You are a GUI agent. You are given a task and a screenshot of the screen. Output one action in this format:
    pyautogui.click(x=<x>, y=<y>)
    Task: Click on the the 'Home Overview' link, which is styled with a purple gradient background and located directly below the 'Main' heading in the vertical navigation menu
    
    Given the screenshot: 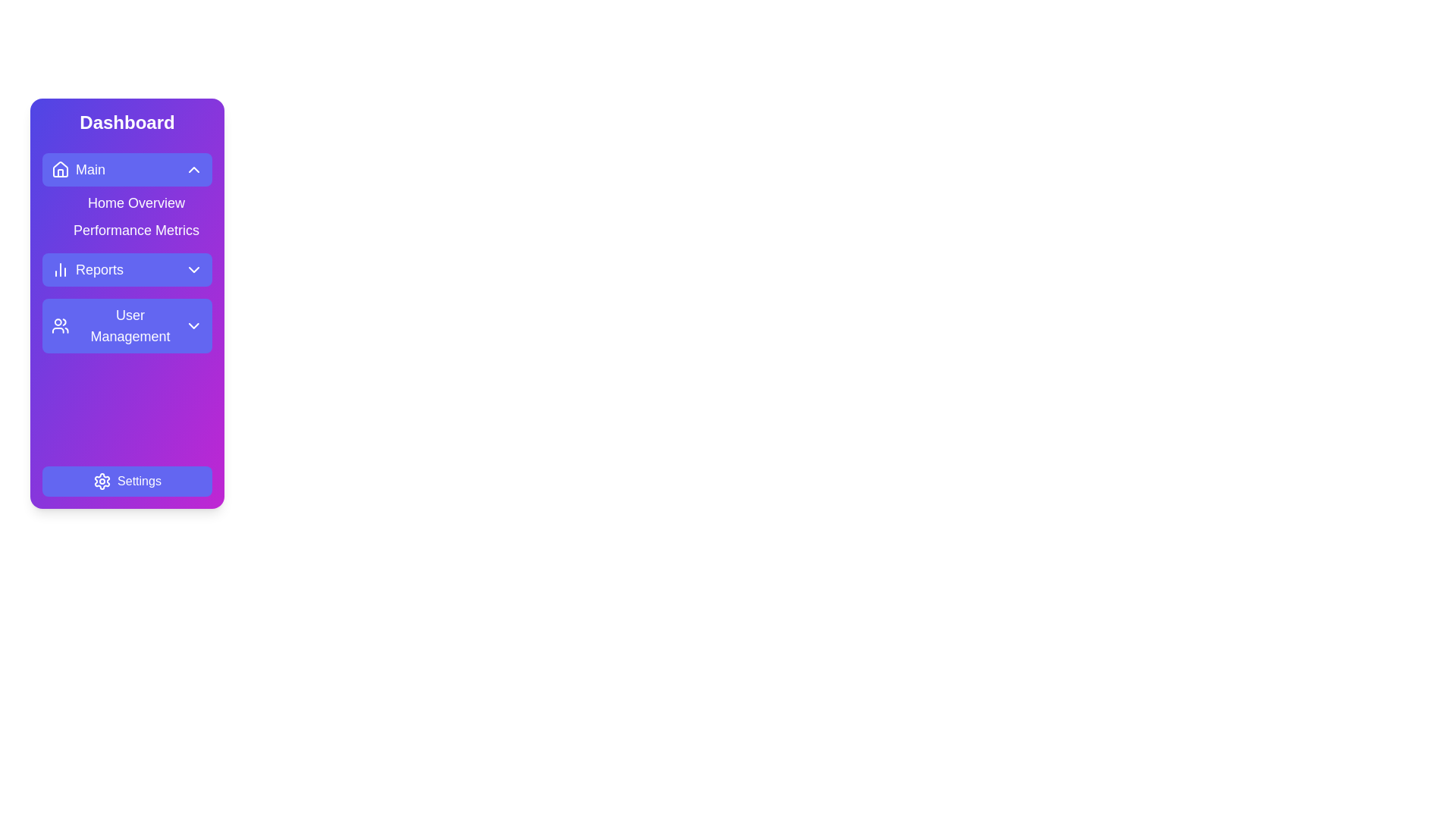 What is the action you would take?
    pyautogui.click(x=127, y=196)
    